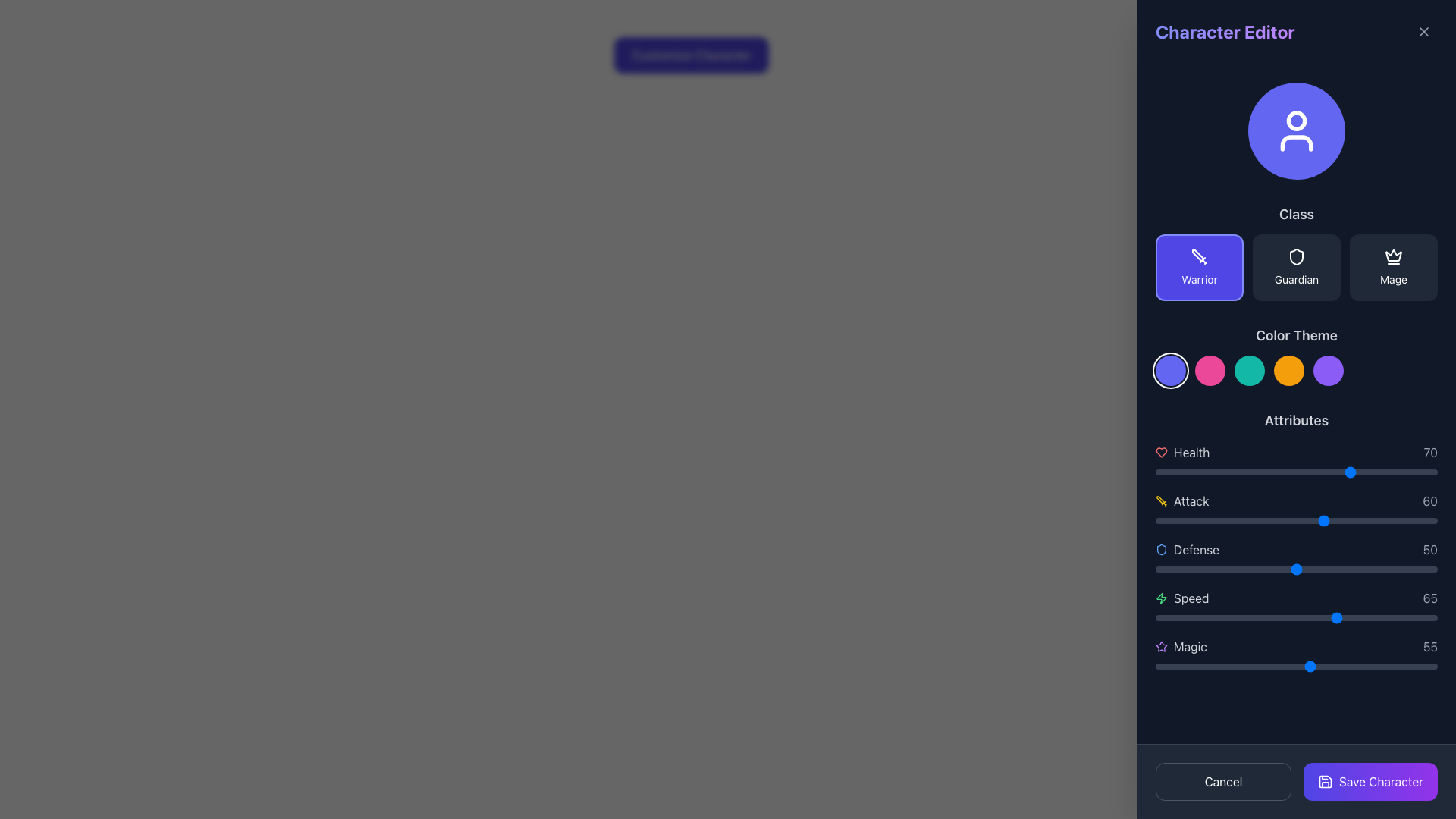 The height and width of the screenshot is (819, 1456). I want to click on the 'Attack' attribute display element, which shows the value '60' and is located in the central region of the 'Attributes' section, specifically the second attribute listed, so click(1295, 500).